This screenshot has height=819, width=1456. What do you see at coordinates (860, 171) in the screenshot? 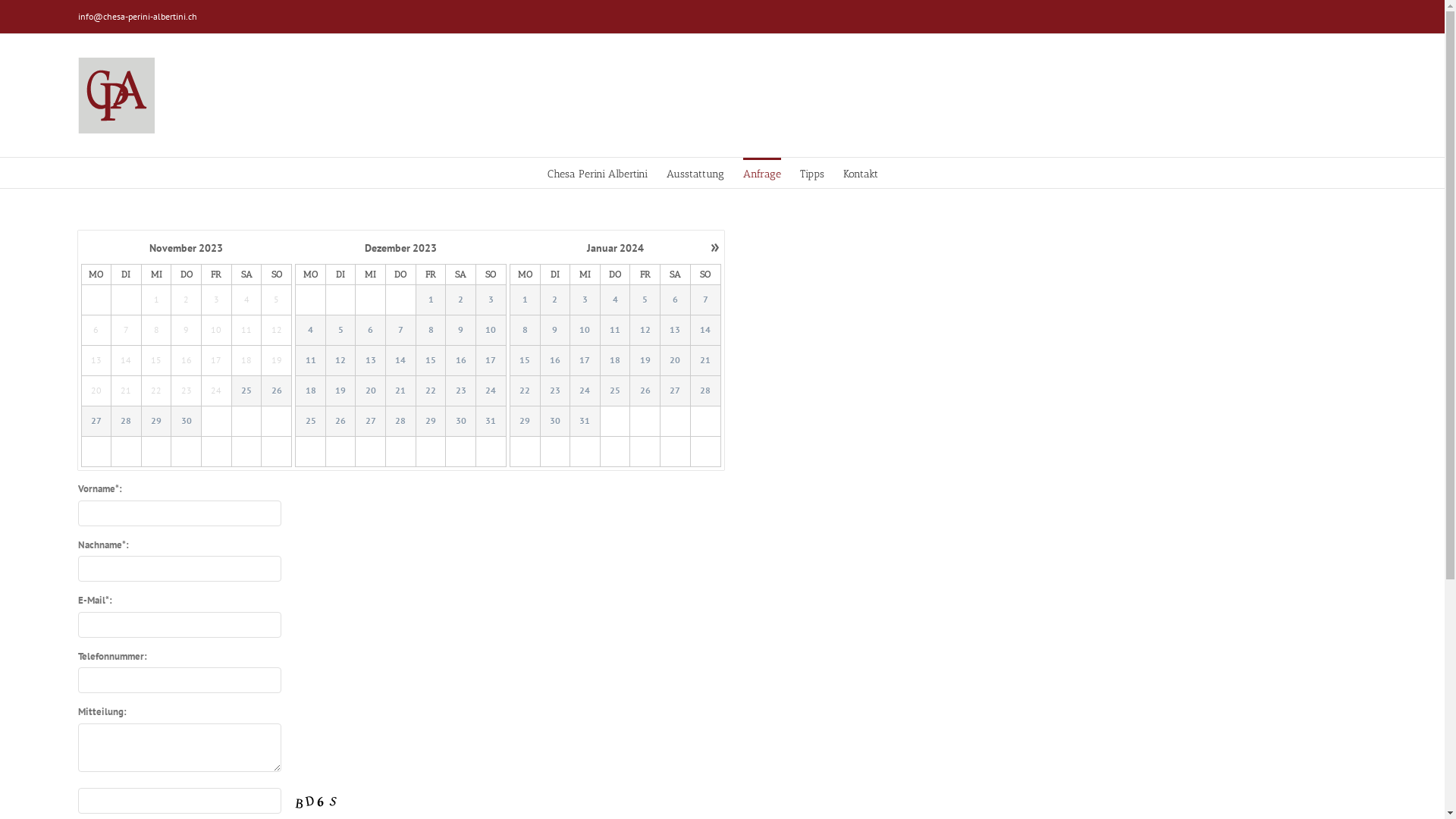
I see `'Kontakt'` at bounding box center [860, 171].